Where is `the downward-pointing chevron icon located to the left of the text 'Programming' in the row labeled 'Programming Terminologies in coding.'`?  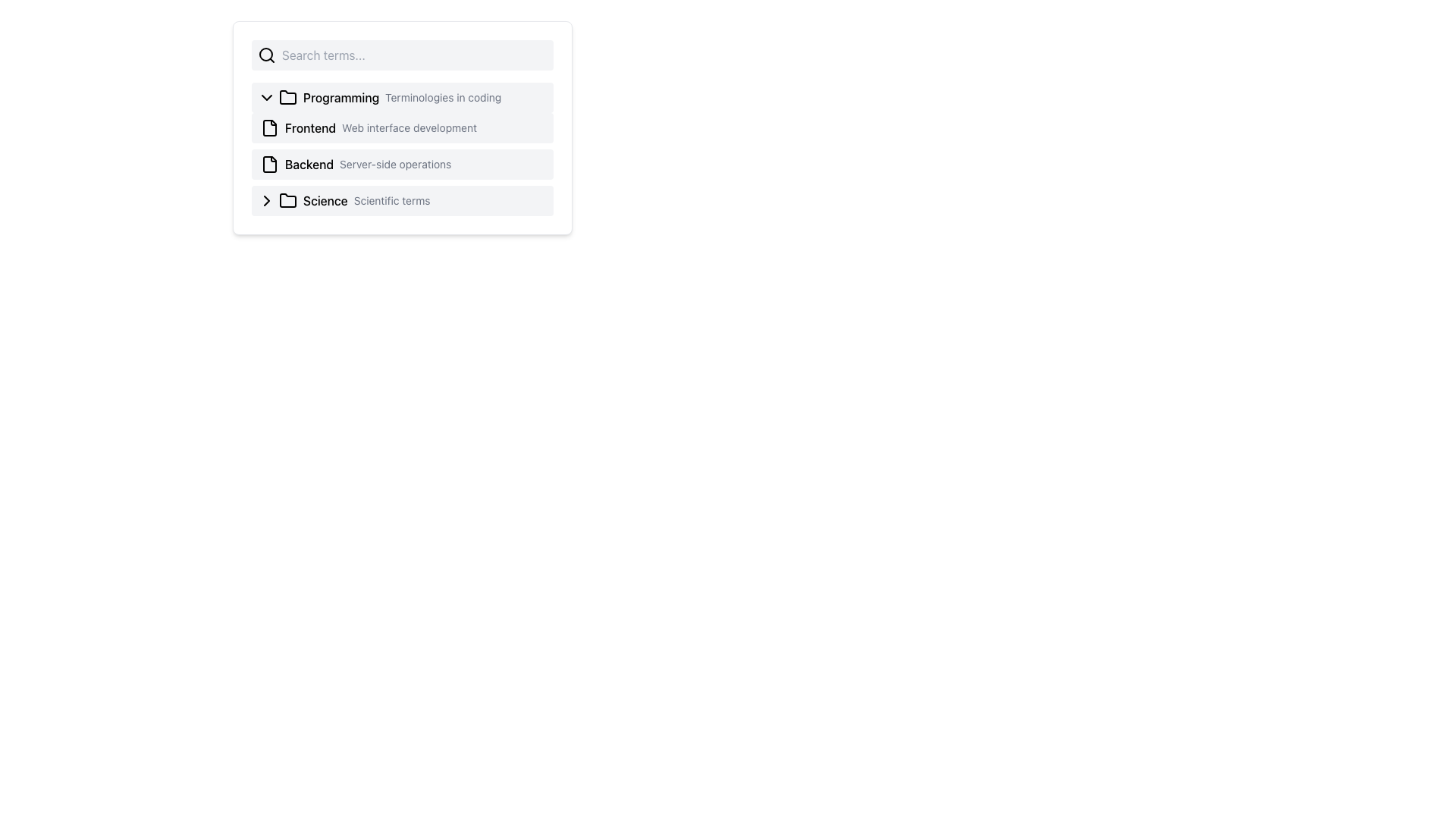 the downward-pointing chevron icon located to the left of the text 'Programming' in the row labeled 'Programming Terminologies in coding.' is located at coordinates (266, 97).